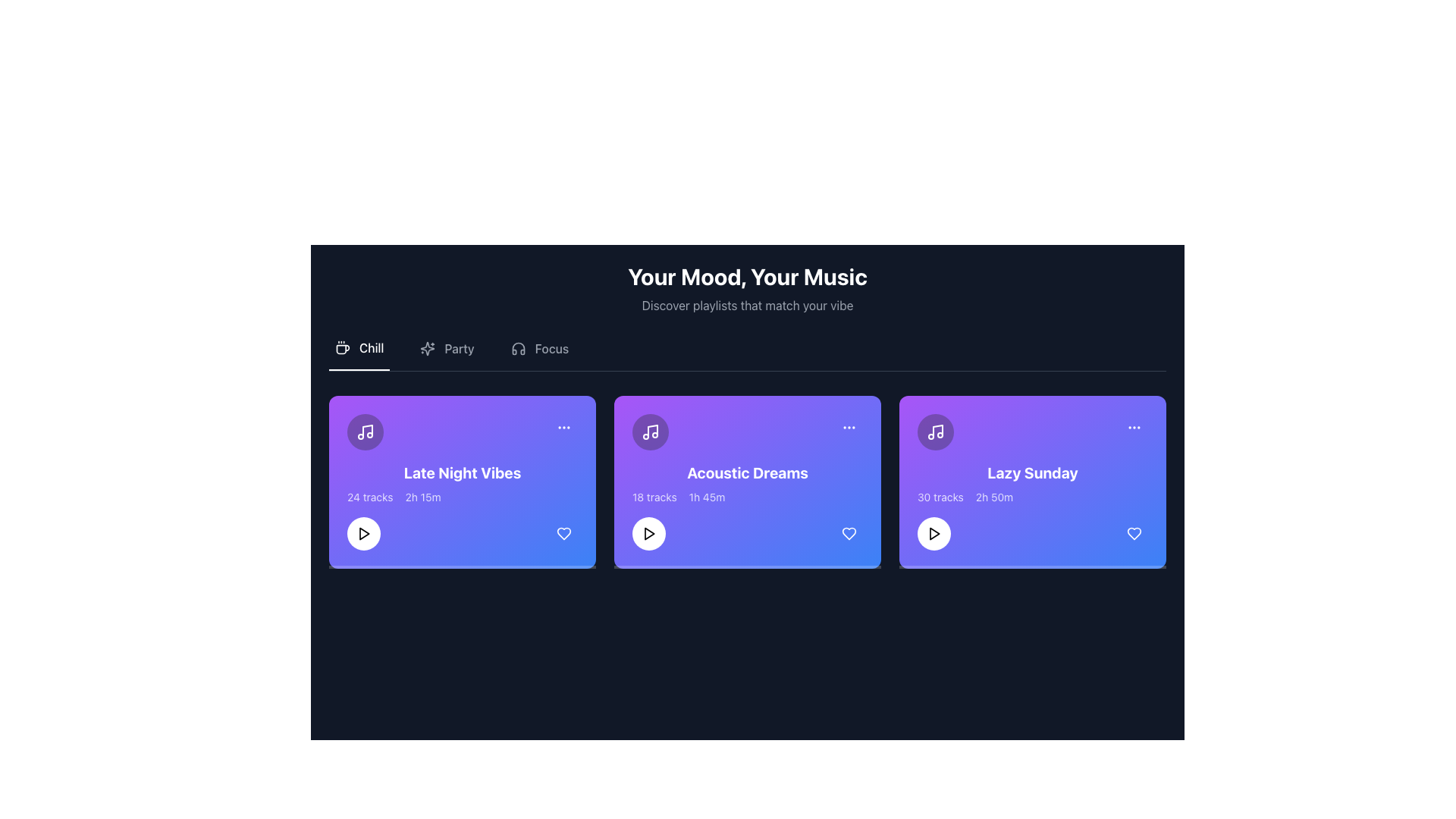  Describe the element at coordinates (518, 348) in the screenshot. I see `the headphones icon located in the top horizontal menu bar, positioned between the 'Party' and 'Focus' labels` at that location.